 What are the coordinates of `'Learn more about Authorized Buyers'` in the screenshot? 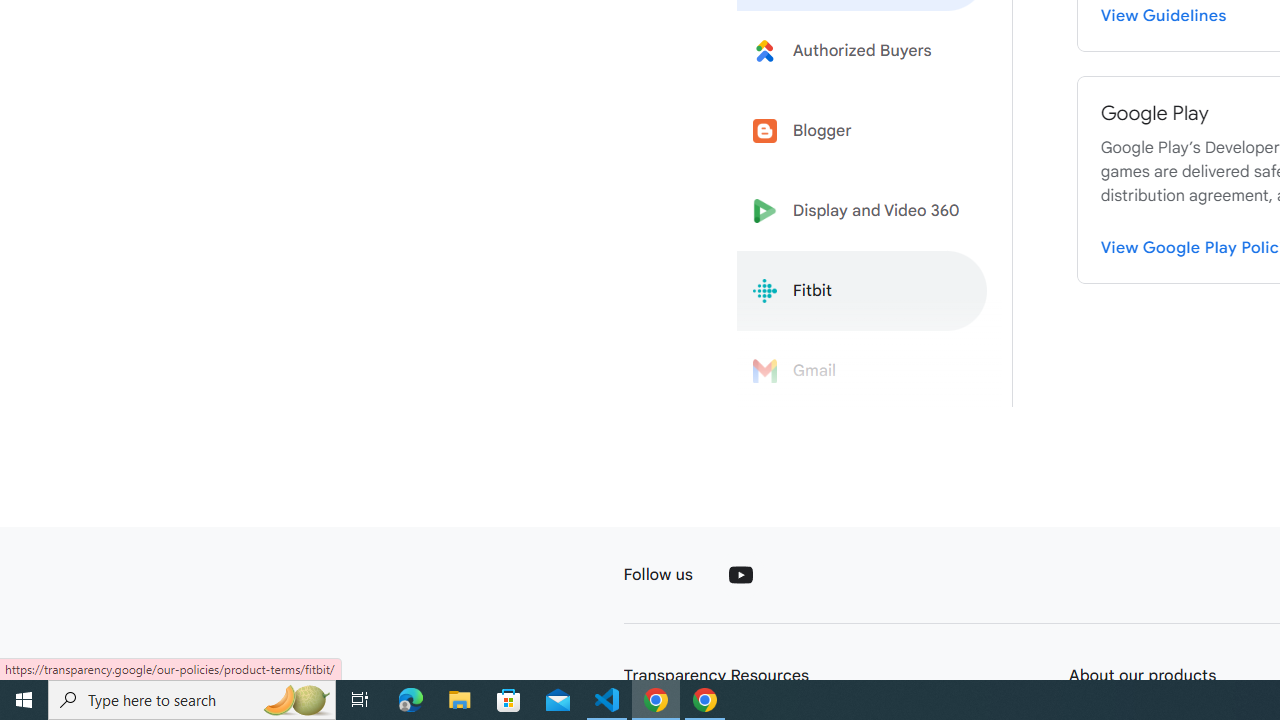 It's located at (862, 49).